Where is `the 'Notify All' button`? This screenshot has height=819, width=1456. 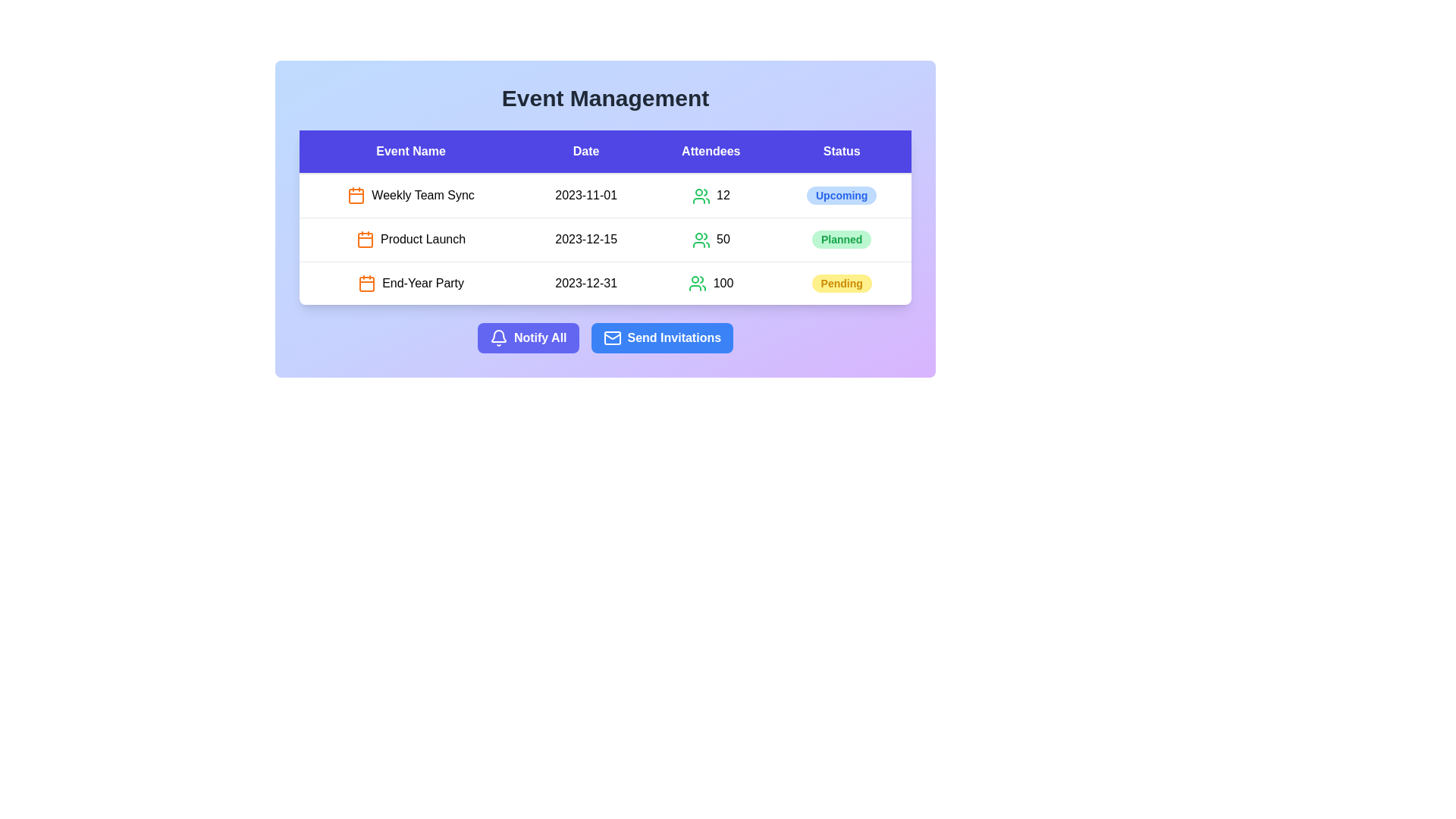
the 'Notify All' button is located at coordinates (528, 337).